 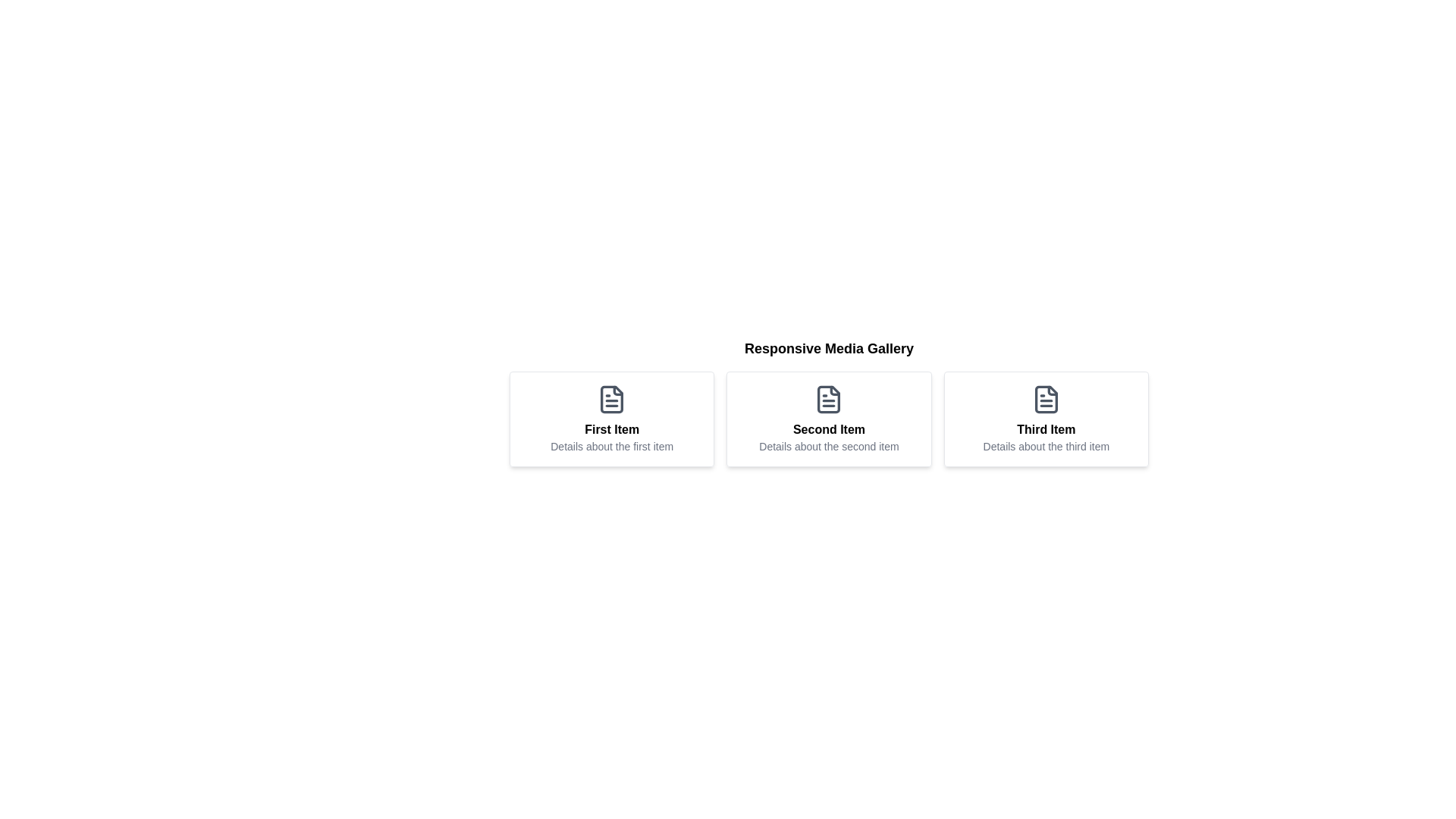 What do you see at coordinates (1045, 430) in the screenshot?
I see `the title text label in the rightmost card, which provides context to the card's content, positioned above the subtitle 'Details about the third item'` at bounding box center [1045, 430].